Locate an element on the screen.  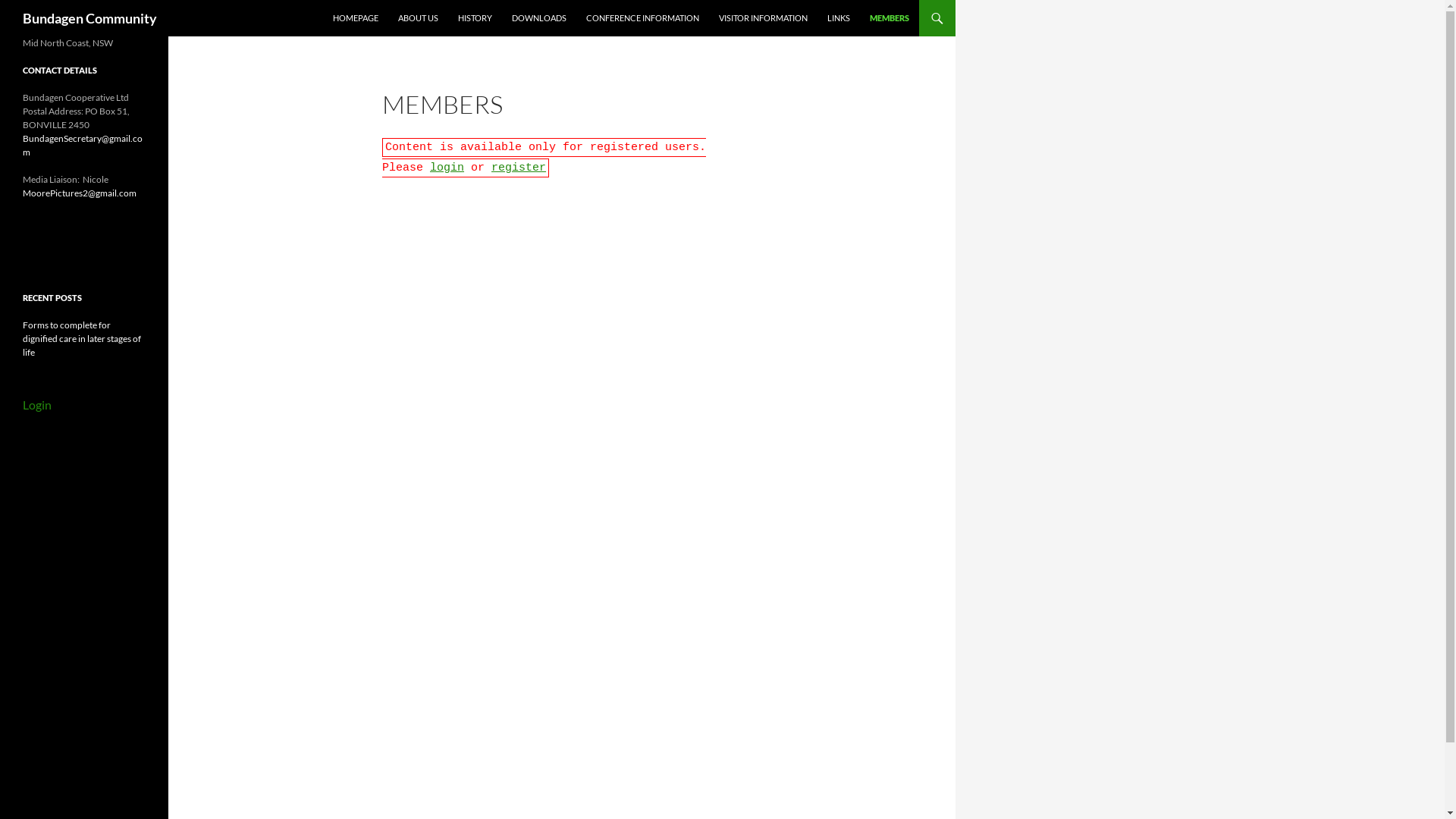
'MoorePictures2@gmail.com' is located at coordinates (79, 192).